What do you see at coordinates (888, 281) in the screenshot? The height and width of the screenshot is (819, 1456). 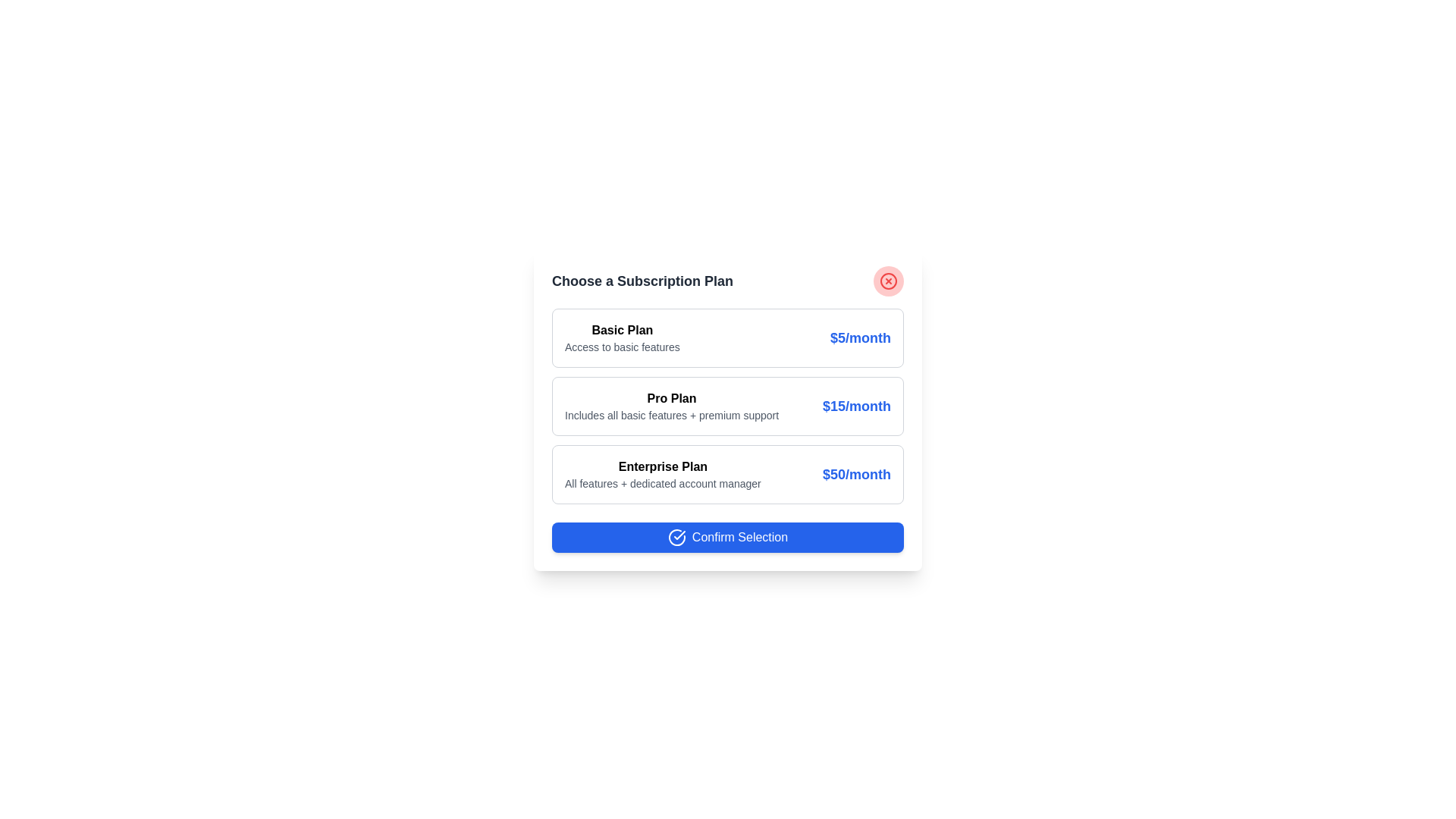 I see `the close button to close the dialog` at bounding box center [888, 281].